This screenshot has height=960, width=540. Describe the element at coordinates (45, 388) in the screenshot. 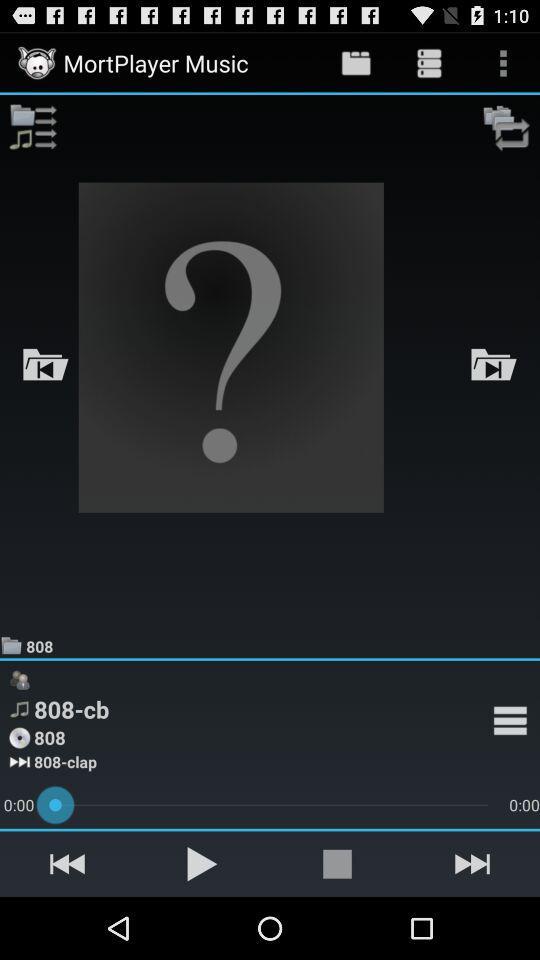

I see `the skip_previous icon` at that location.